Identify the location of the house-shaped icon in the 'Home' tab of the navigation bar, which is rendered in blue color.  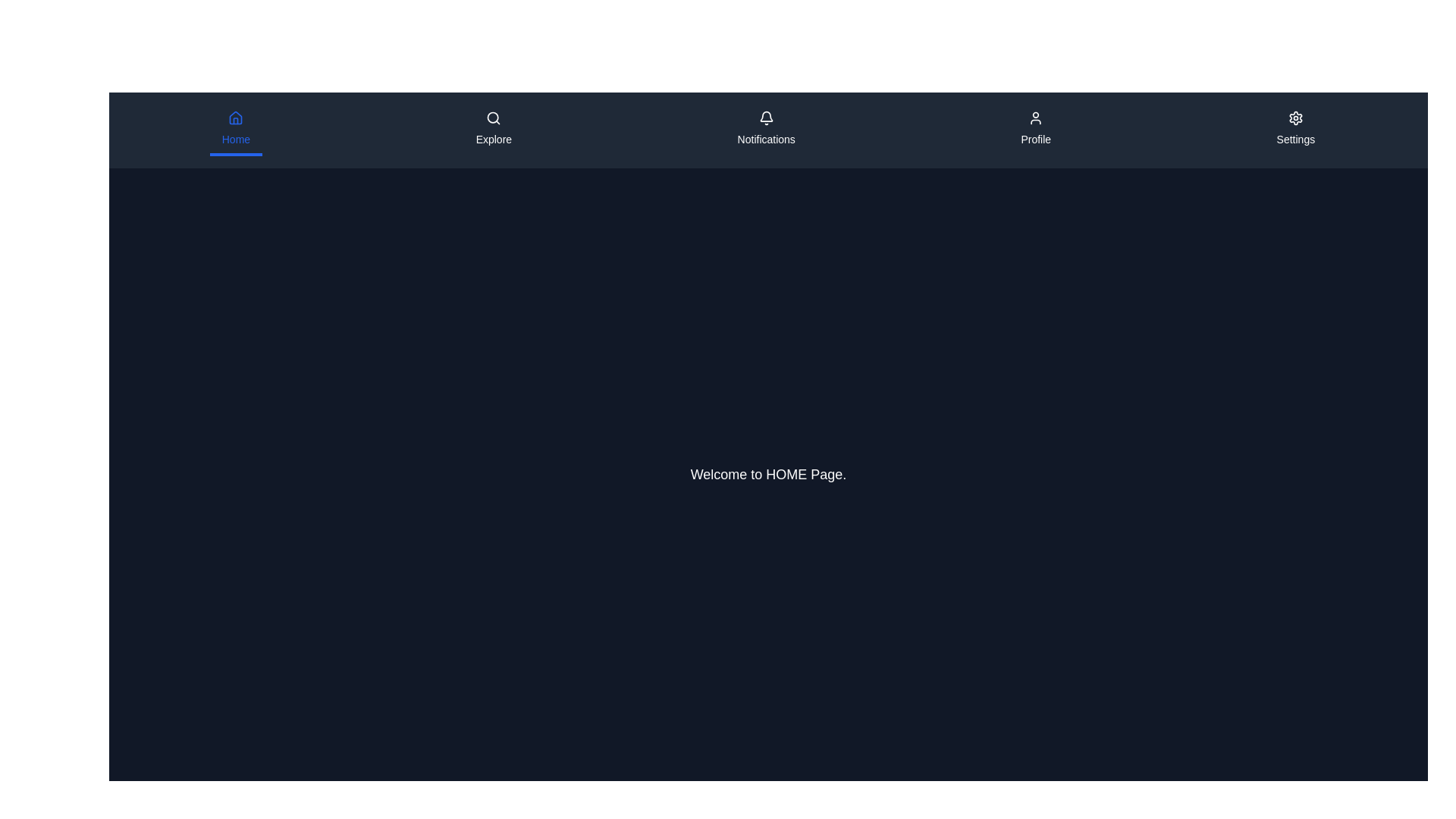
(235, 117).